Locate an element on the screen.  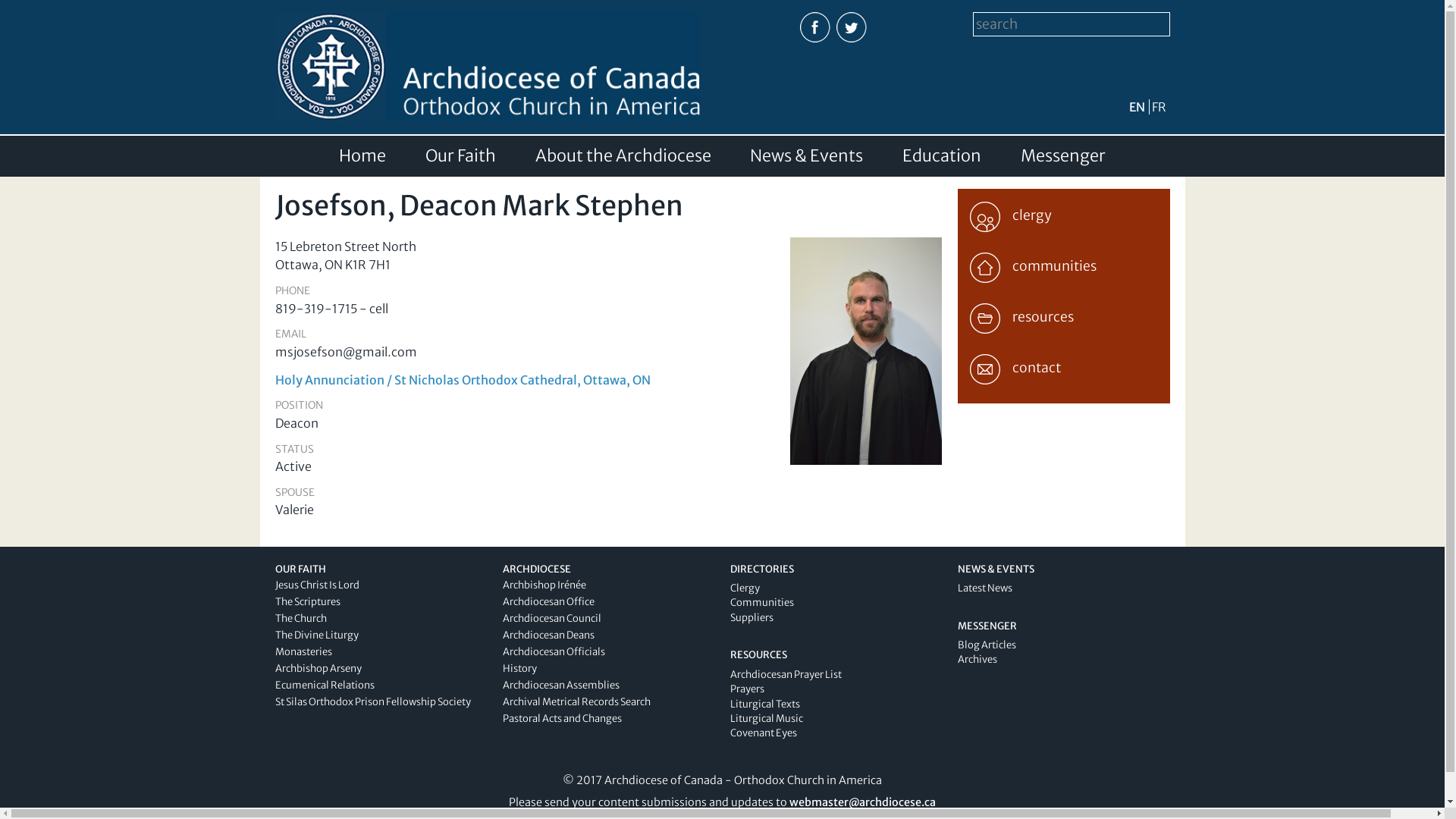
'clergy' is located at coordinates (1062, 213).